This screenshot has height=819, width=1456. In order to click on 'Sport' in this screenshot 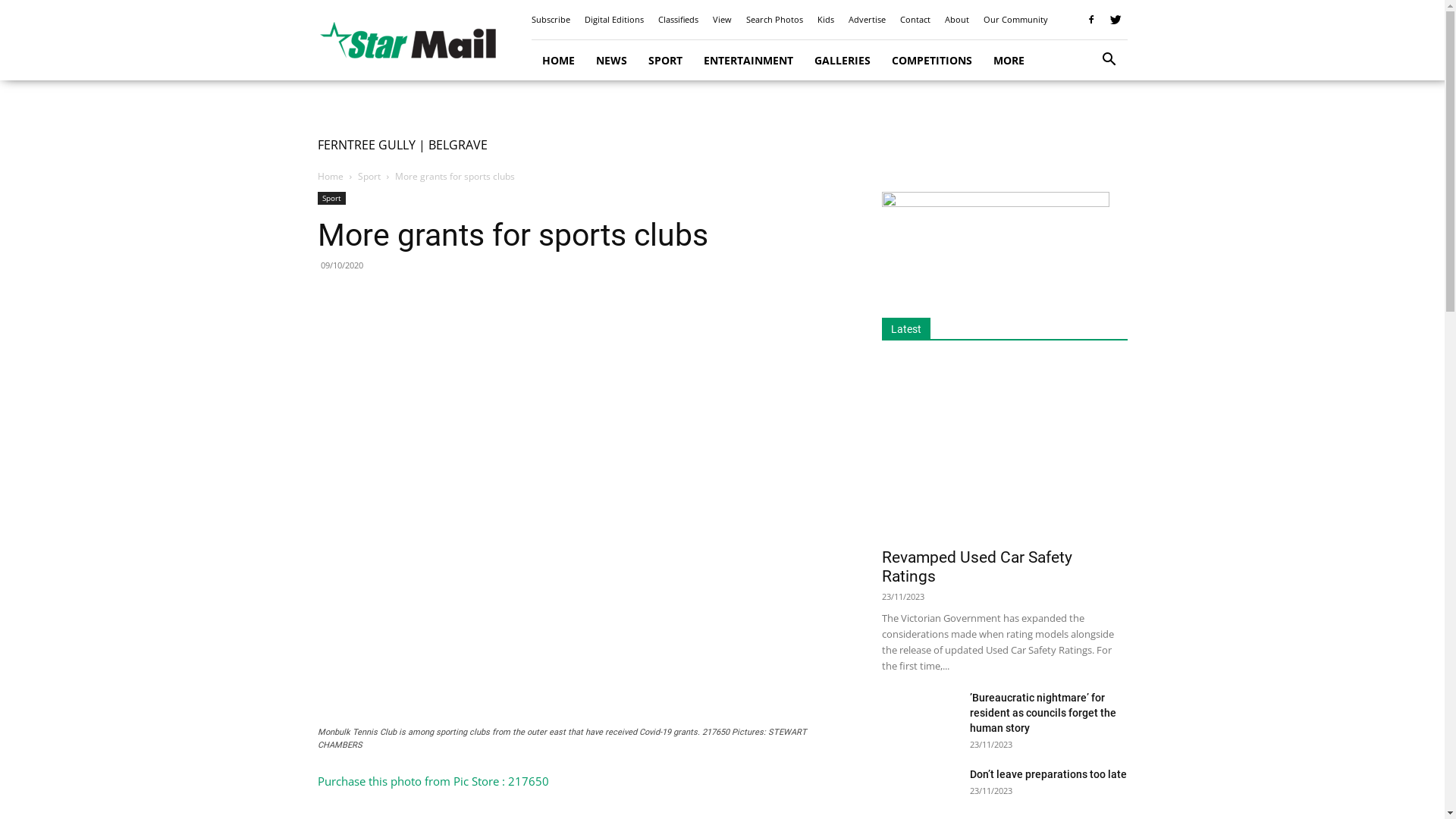, I will do `click(356, 175)`.